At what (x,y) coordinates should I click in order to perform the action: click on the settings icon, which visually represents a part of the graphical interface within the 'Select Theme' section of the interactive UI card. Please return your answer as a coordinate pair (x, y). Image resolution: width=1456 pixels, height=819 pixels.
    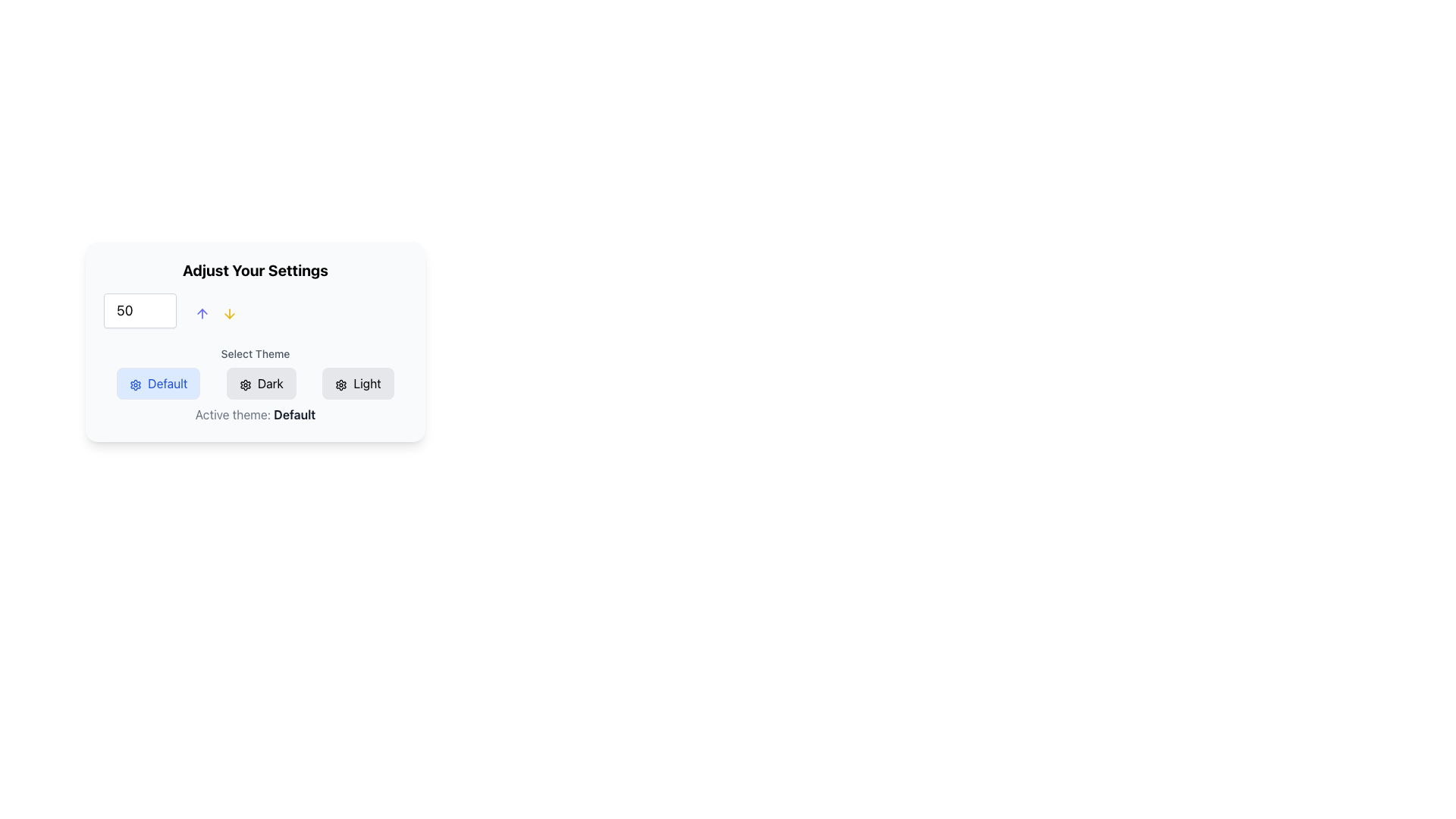
    Looking at the image, I should click on (136, 384).